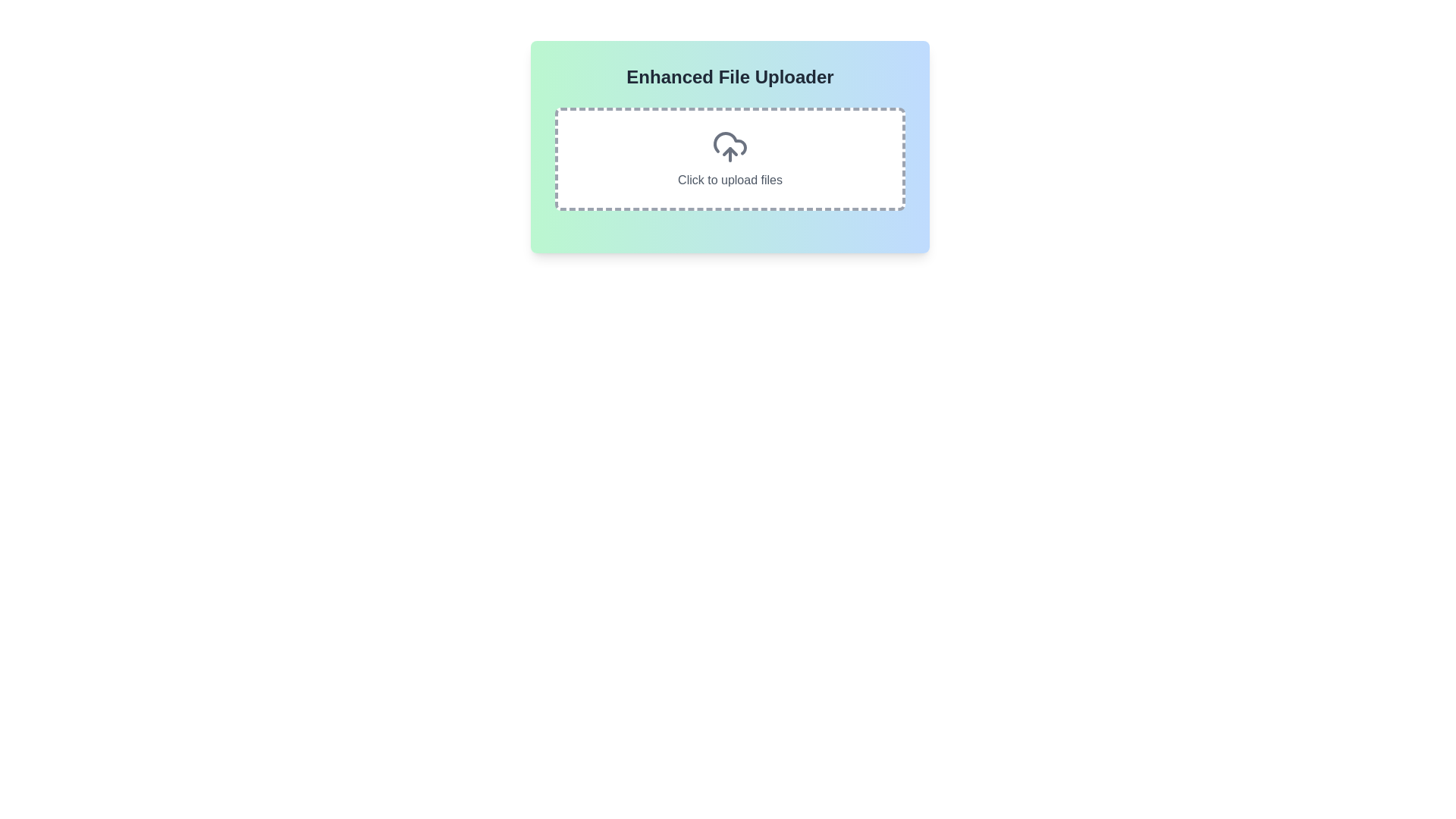 This screenshot has height=819, width=1456. What do you see at coordinates (730, 180) in the screenshot?
I see `the static text label that displays 'Click to upload files', which is located in a dashed-bordered box with rounded corners, positioned centrally within the interface` at bounding box center [730, 180].